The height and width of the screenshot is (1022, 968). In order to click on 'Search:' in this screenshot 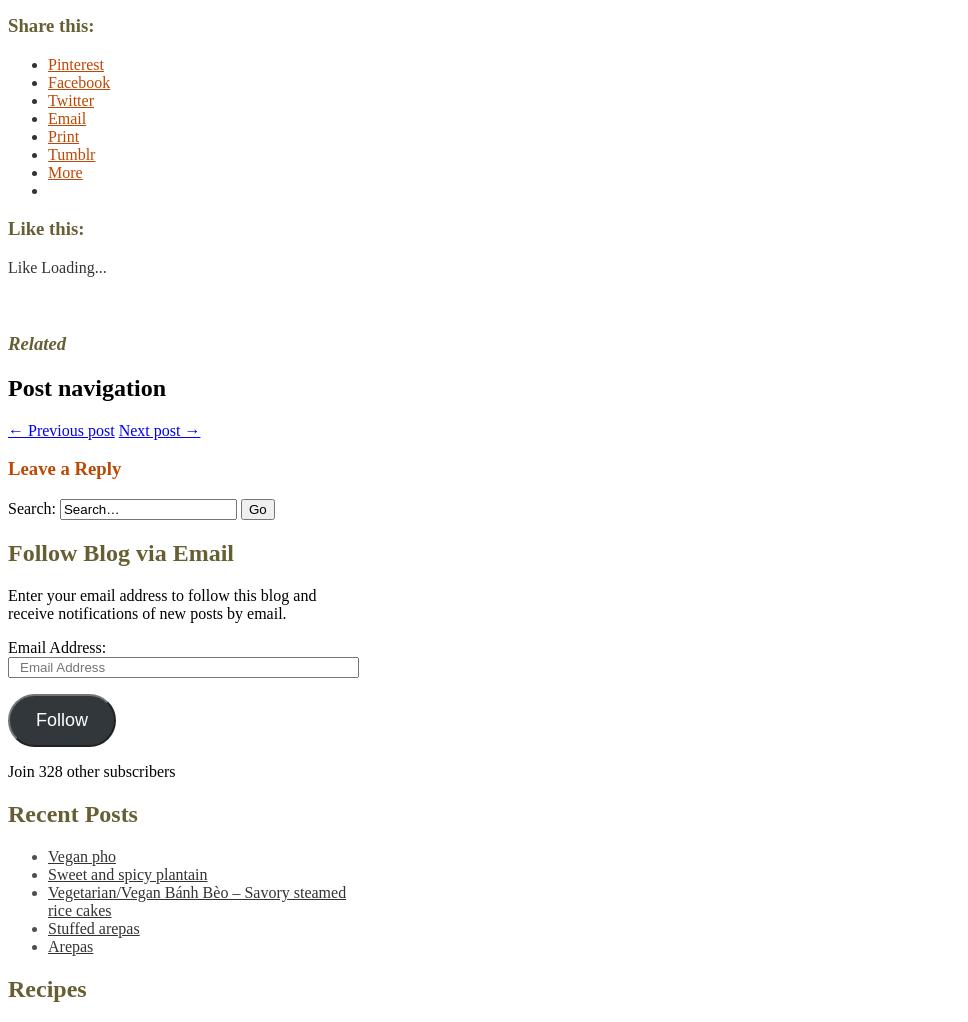, I will do `click(8, 508)`.